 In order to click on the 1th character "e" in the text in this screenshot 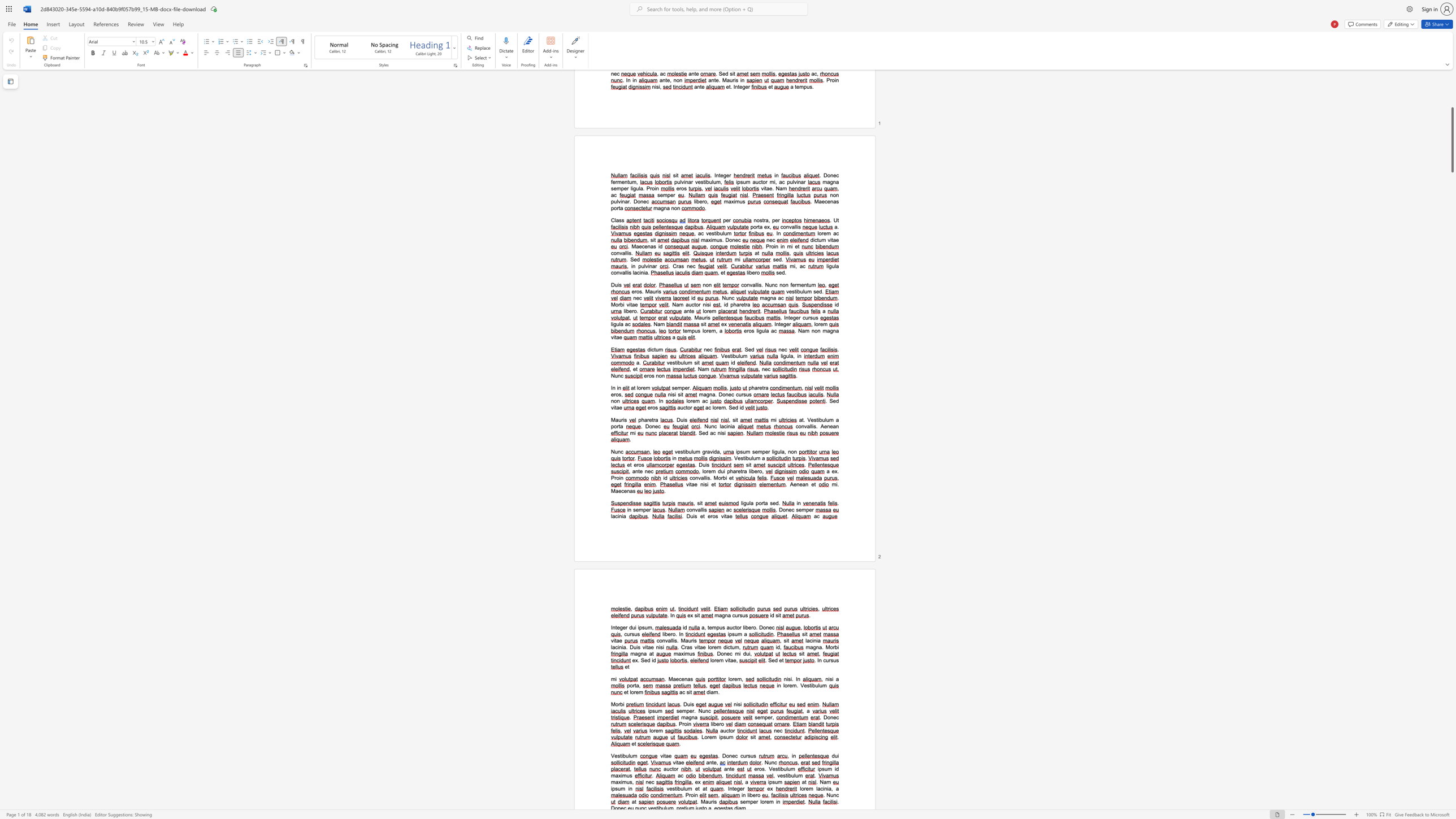, I will do `click(652, 647)`.